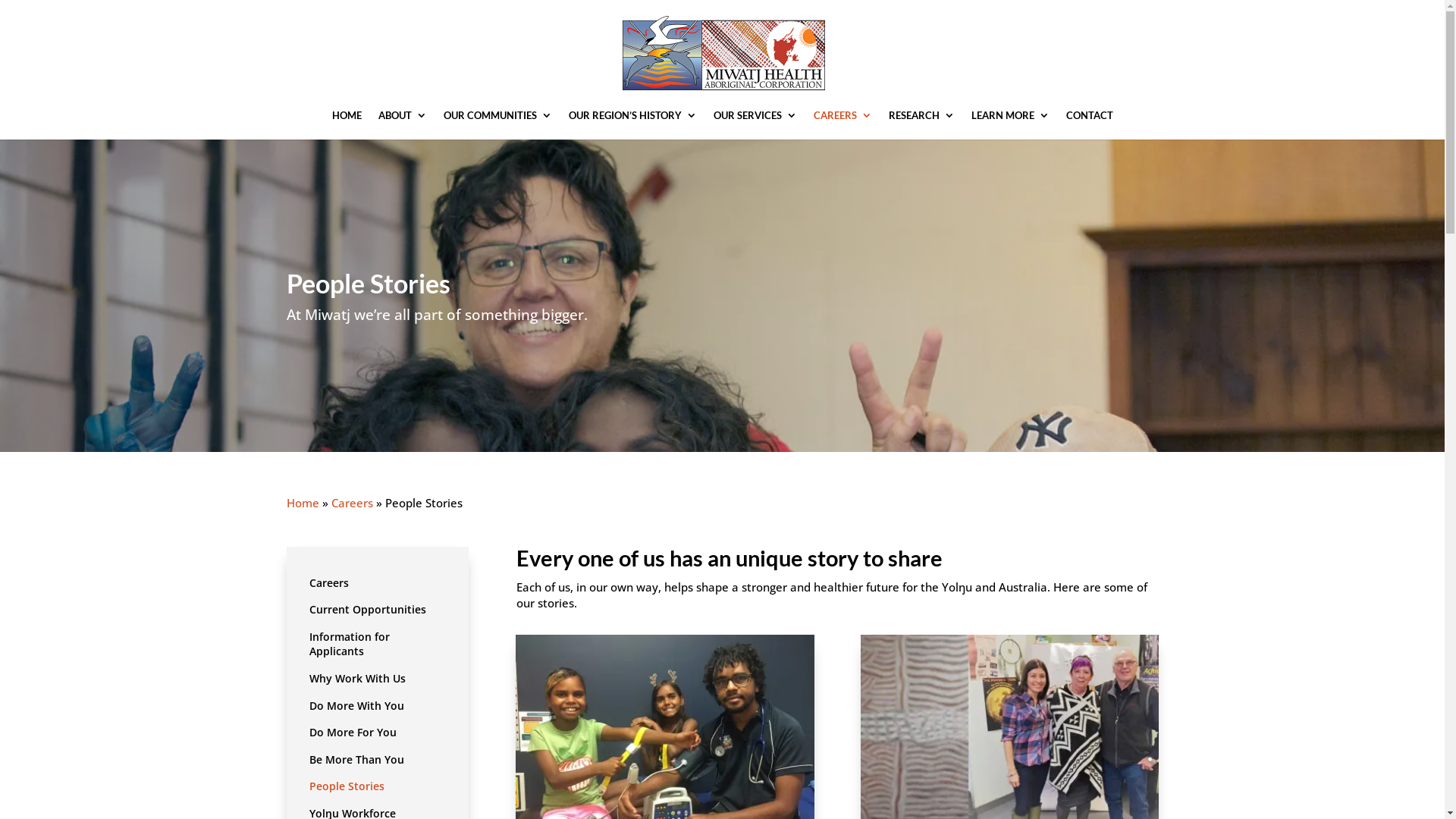  I want to click on 'Careers', so click(328, 585).